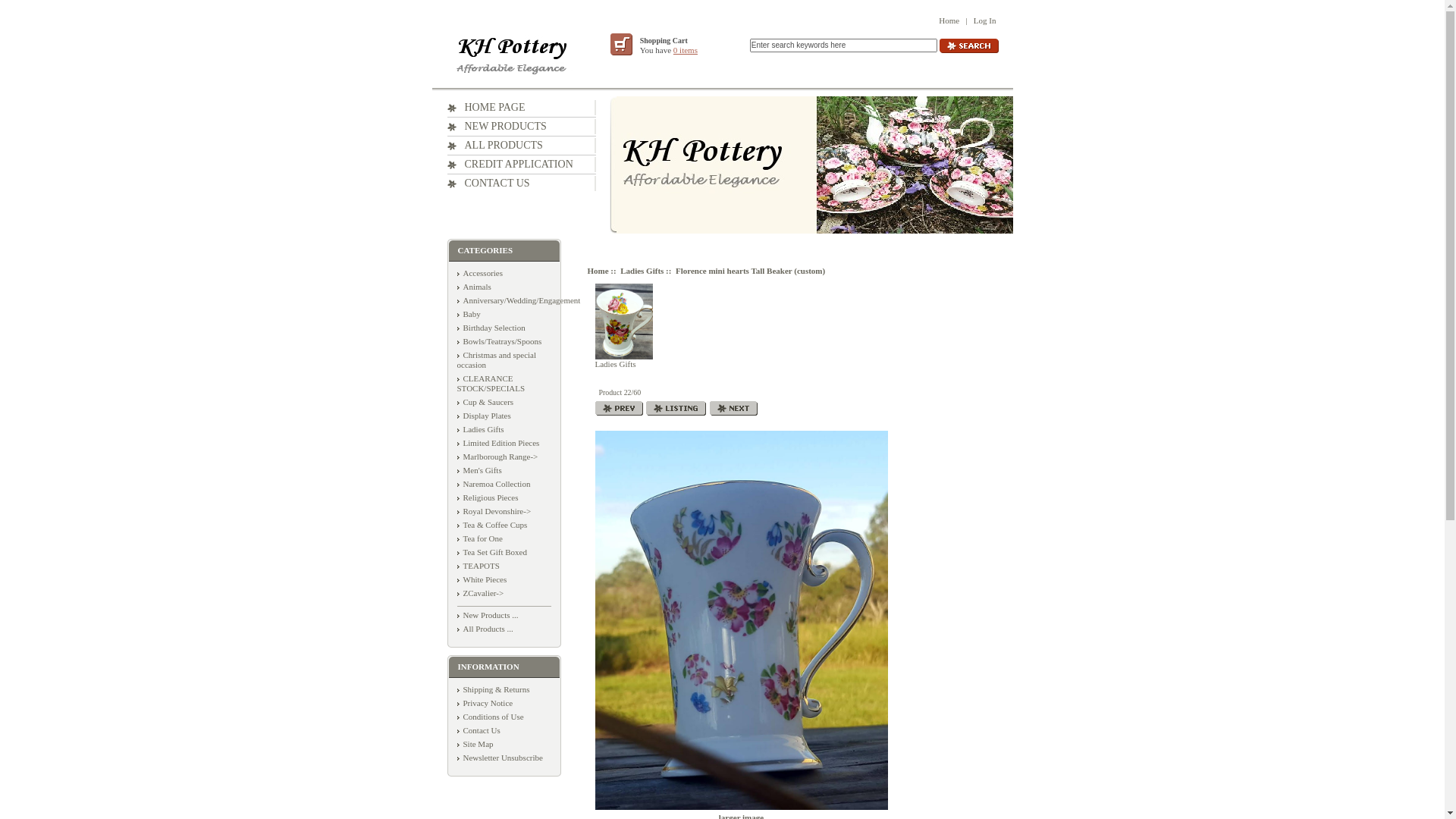  Describe the element at coordinates (455, 497) in the screenshot. I see `'Religious Pieces'` at that location.